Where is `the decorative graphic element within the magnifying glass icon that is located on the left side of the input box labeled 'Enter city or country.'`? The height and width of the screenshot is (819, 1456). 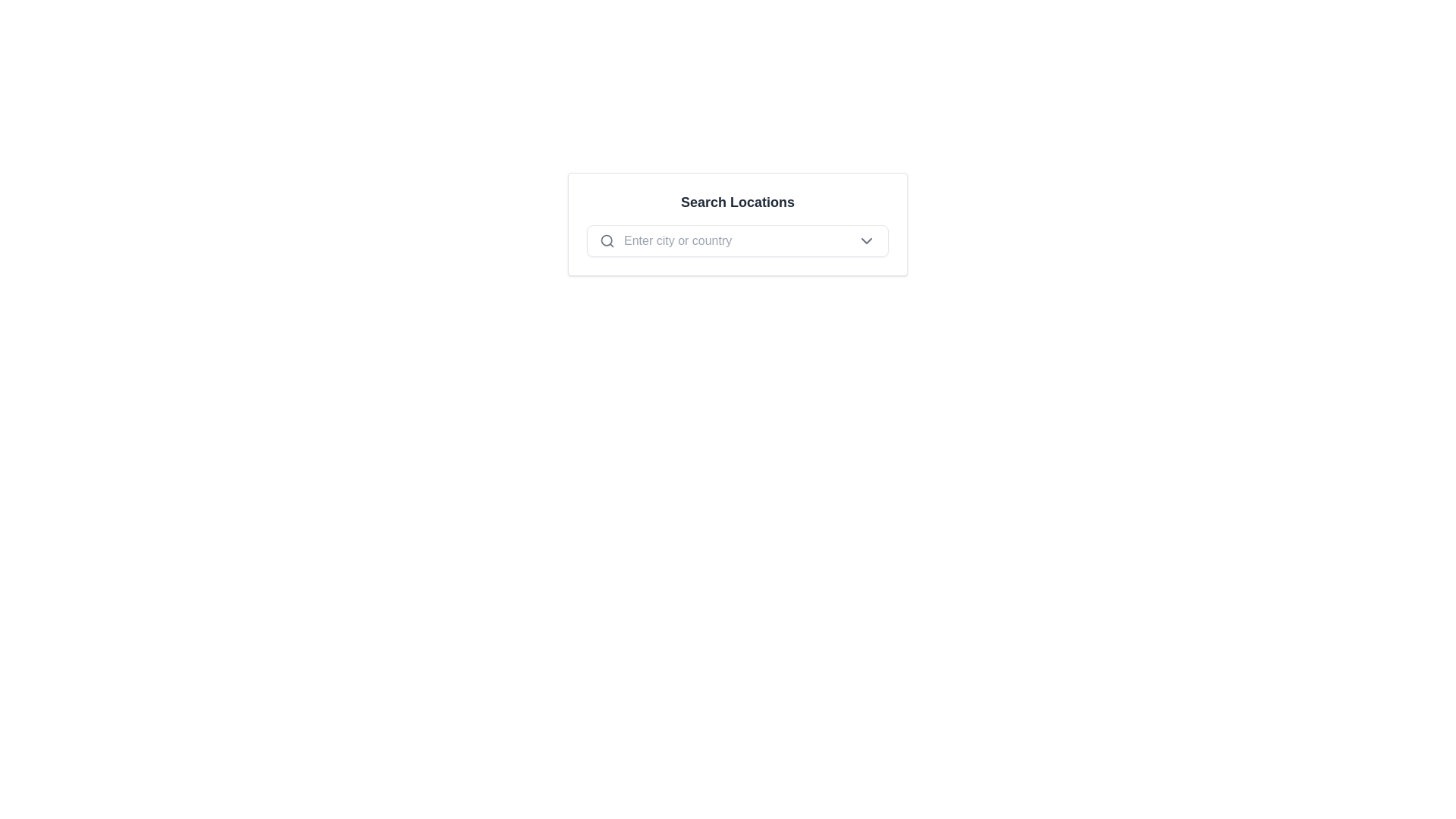 the decorative graphic element within the magnifying glass icon that is located on the left side of the input box labeled 'Enter city or country.' is located at coordinates (607, 240).